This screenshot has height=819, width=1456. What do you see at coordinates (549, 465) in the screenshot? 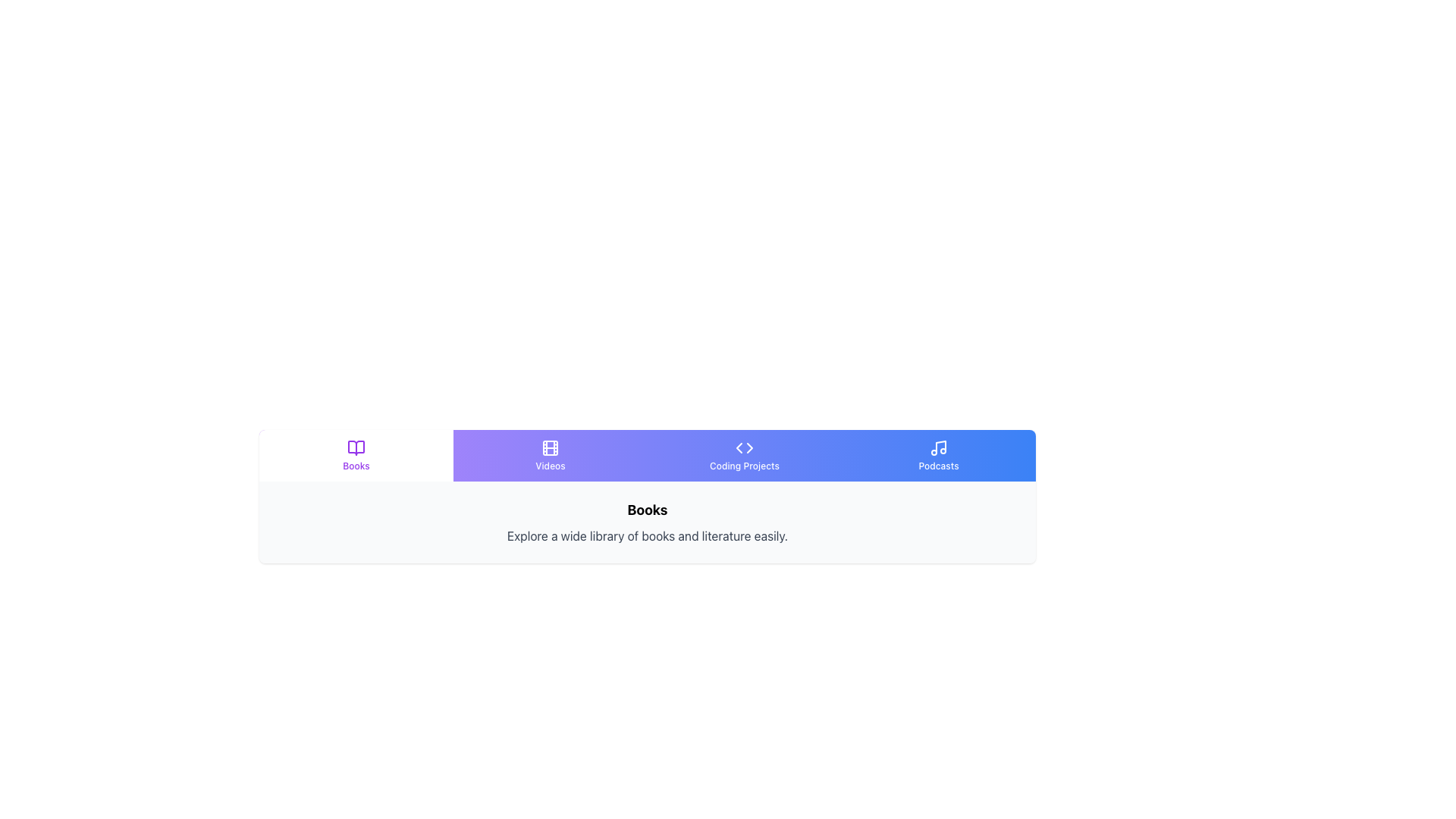
I see `the text label indicating video-related content, which is centered below a film roll icon in the navigation bar` at bounding box center [549, 465].